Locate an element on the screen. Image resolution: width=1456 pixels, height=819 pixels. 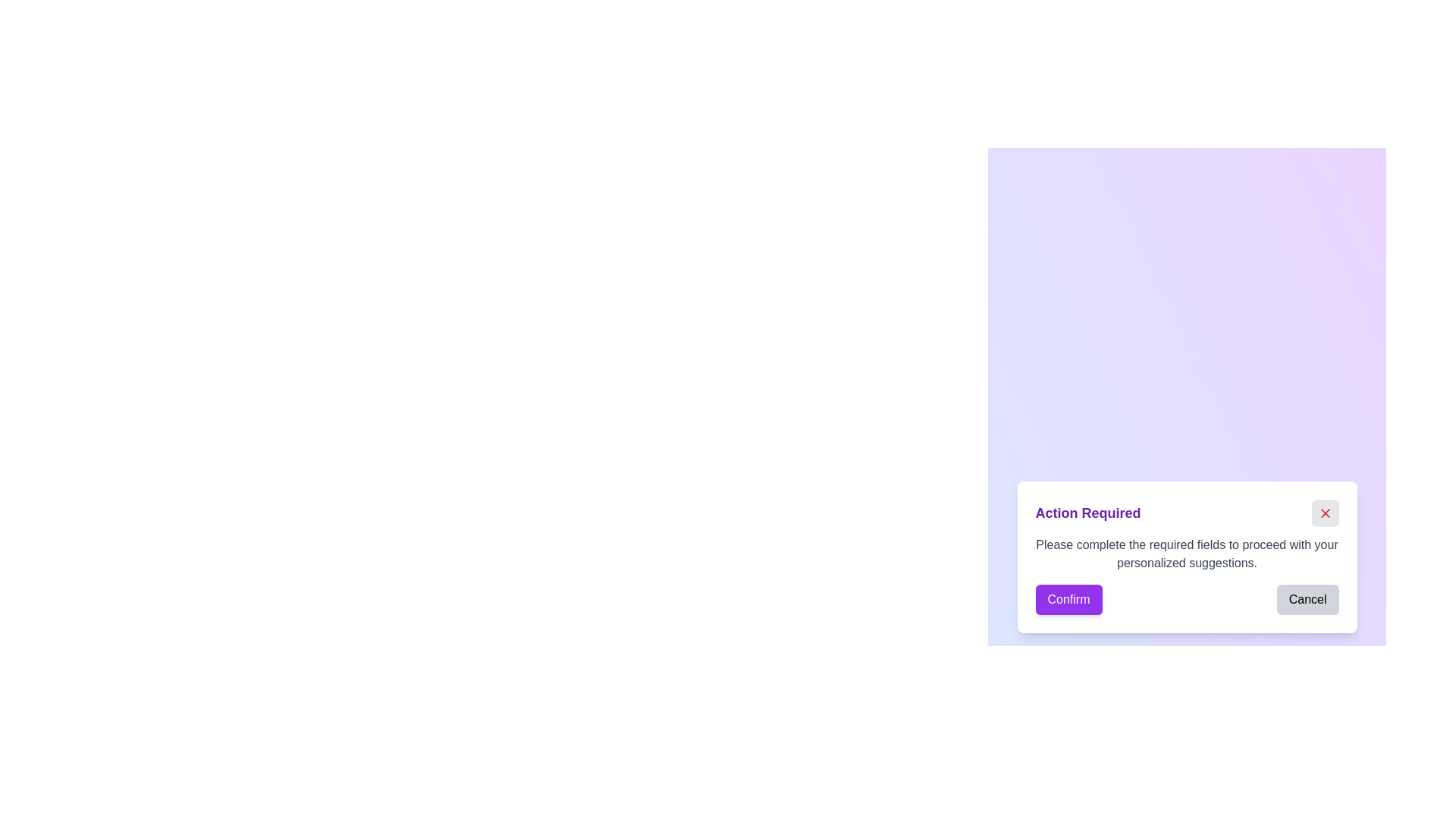
text message 'Please complete the required fields to proceed with your personalized suggestions.' displayed in muted gray color within the dialog box, positioned below the title 'Action Required' is located at coordinates (1186, 554).